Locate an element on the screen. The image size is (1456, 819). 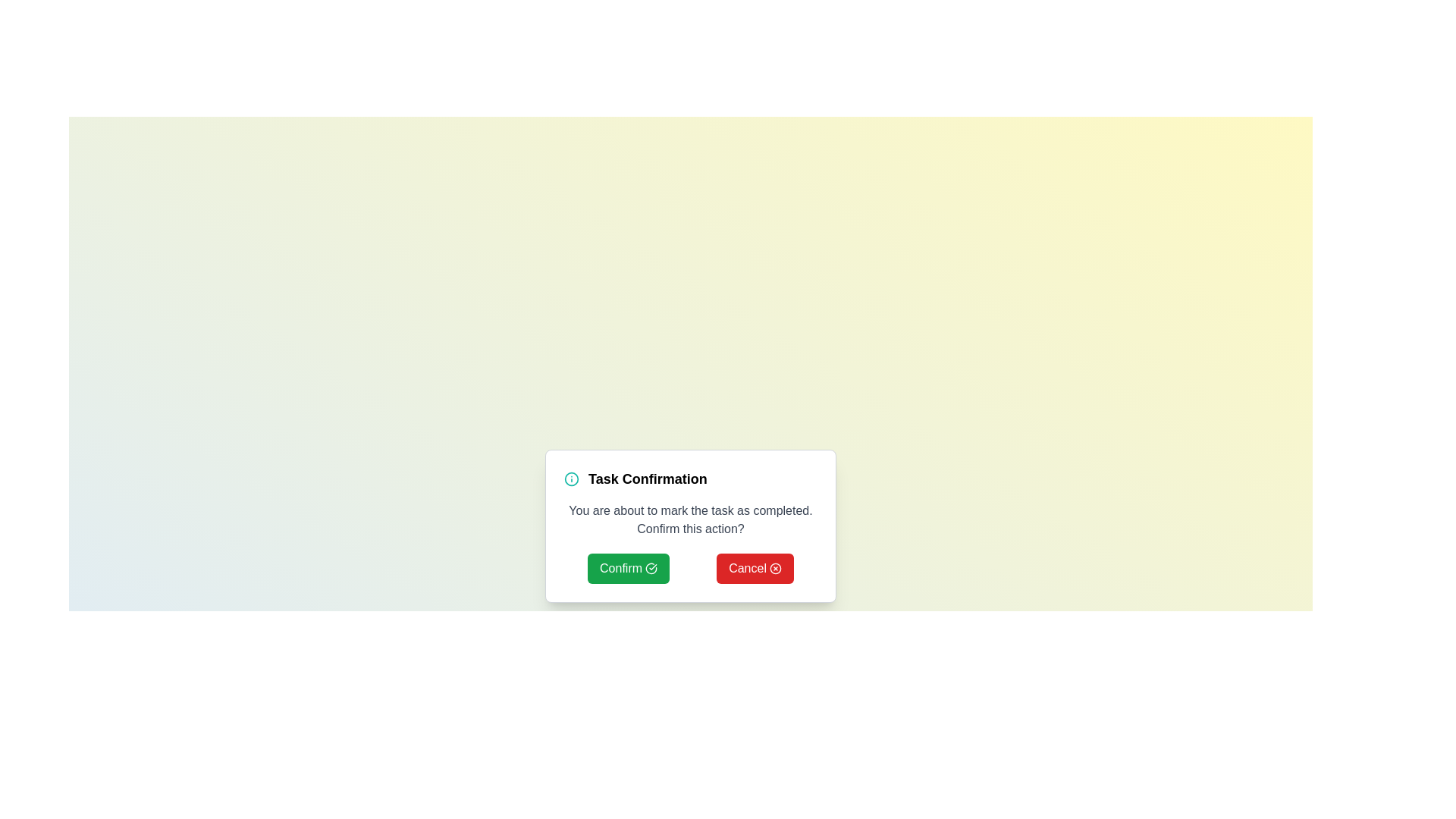
the cancel action icon located to the right of the 'Cancel' text within the red 'Cancel' button at the bottom-right of the dialog box is located at coordinates (775, 568).